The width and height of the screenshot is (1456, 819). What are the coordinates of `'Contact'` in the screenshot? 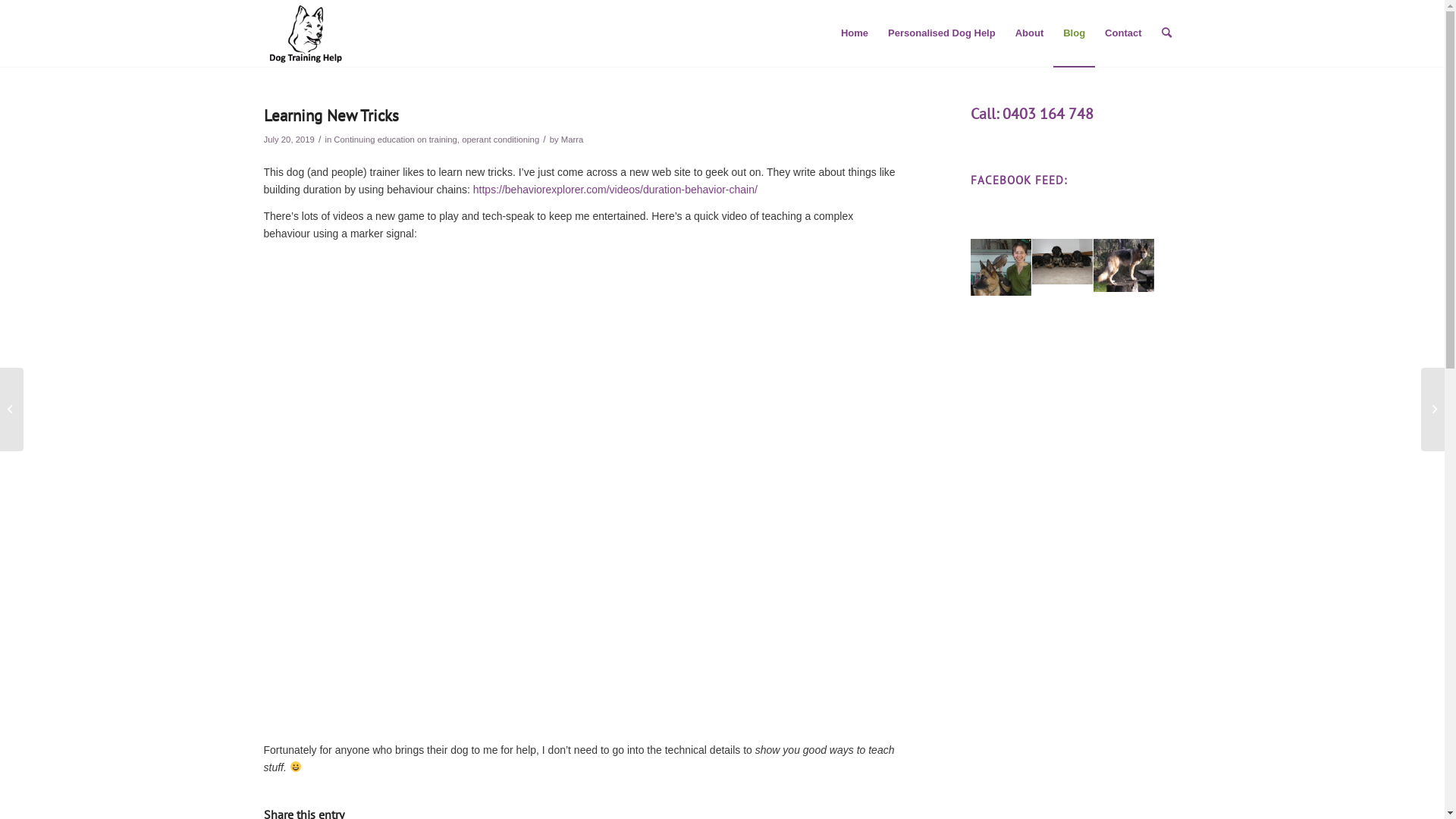 It's located at (1123, 33).